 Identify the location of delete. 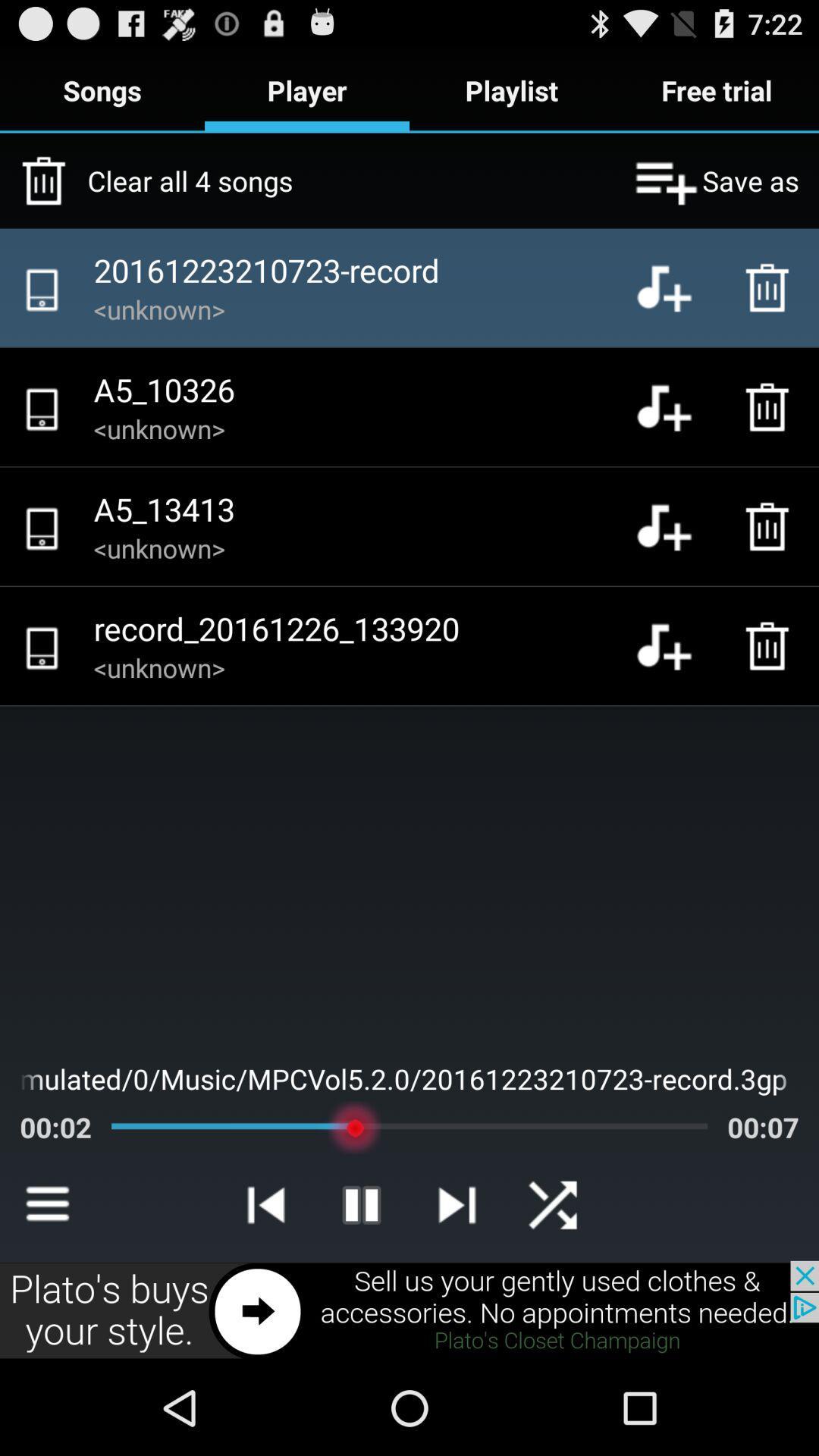
(771, 287).